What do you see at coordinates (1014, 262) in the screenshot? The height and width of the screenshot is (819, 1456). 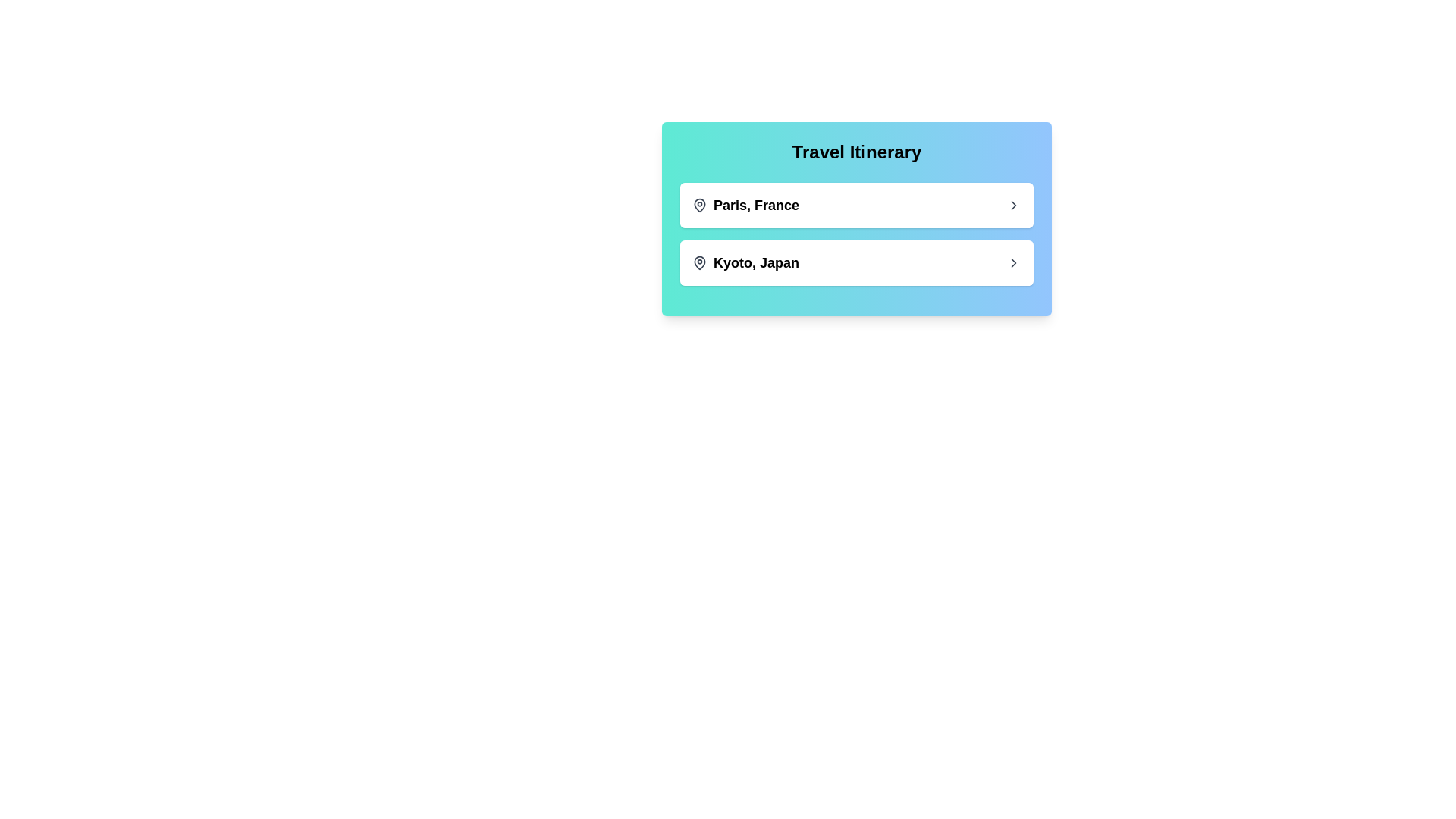 I see `the chevron icon located at the far right side of the text 'Kyoto, Japan' to proceed with navigation or selection` at bounding box center [1014, 262].